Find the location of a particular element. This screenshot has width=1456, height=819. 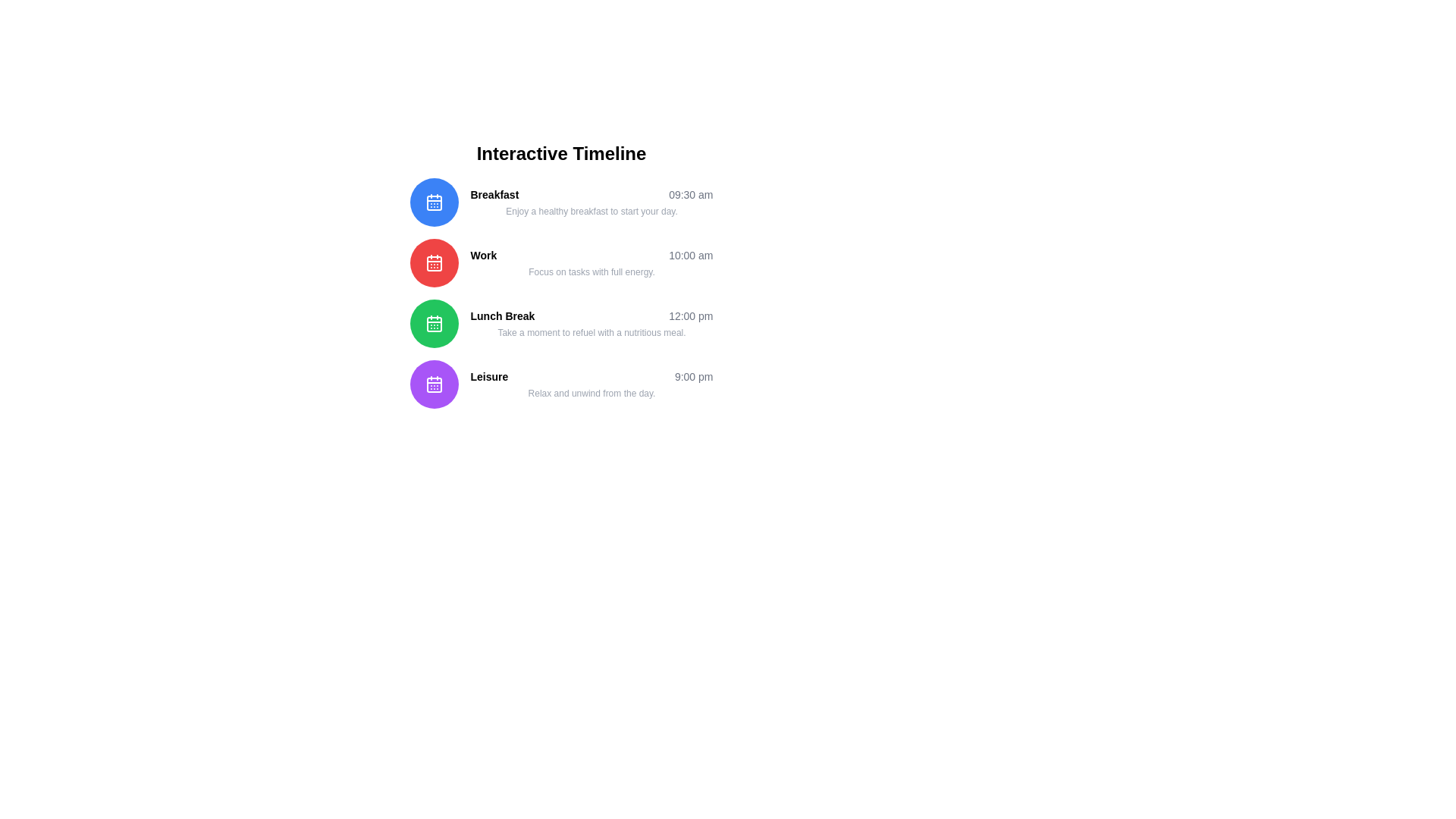

the decorative graphical element (rounded rectangle with a green background) that represents the 'Lunch Break' activity in the timeline, located in the third position from the top in the vertical list of icons is located at coordinates (433, 324).